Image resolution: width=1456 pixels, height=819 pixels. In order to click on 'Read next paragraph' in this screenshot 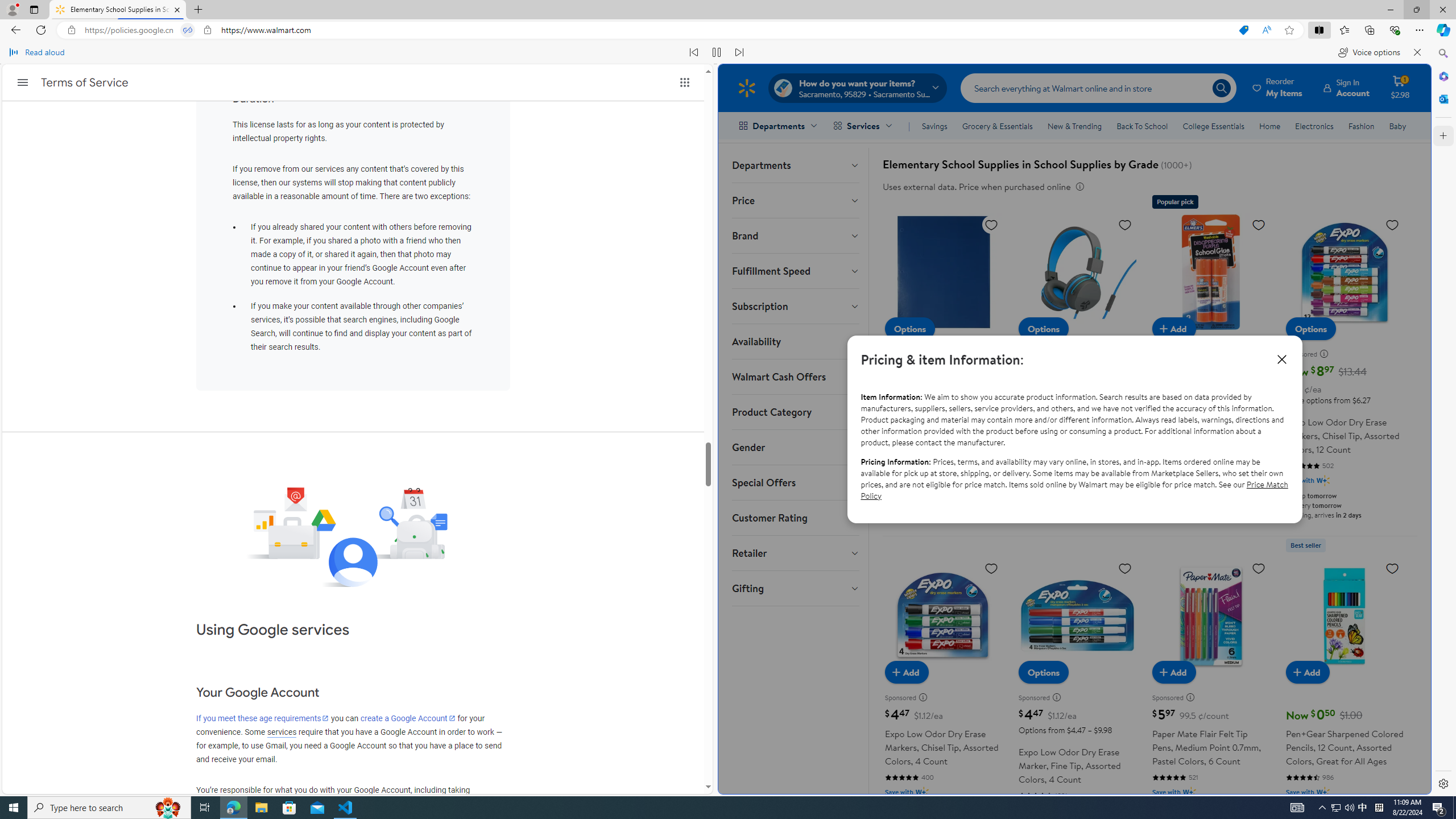, I will do `click(739, 52)`.